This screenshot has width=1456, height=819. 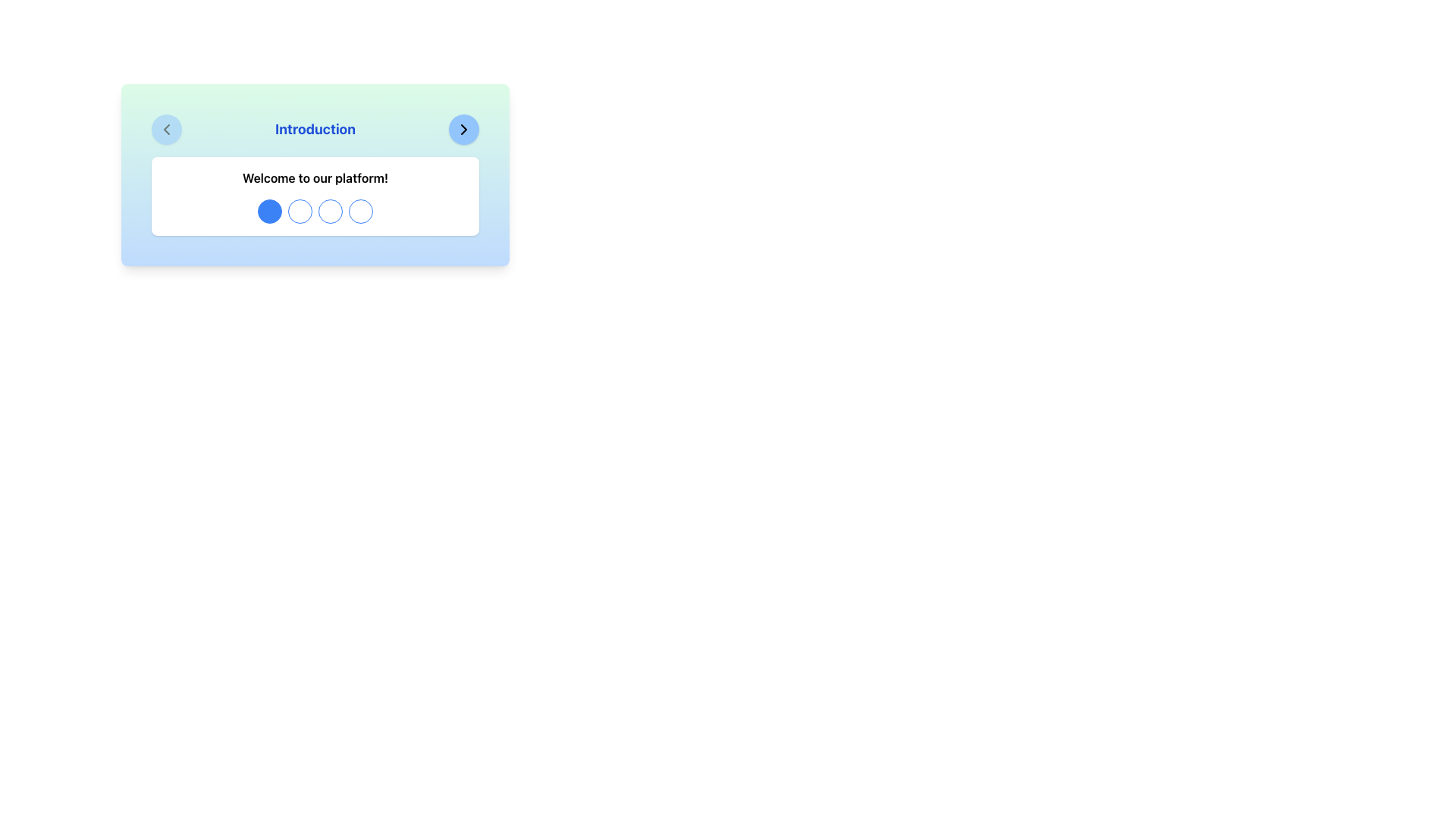 What do you see at coordinates (463, 128) in the screenshot?
I see `the 'Next' button located in the top section of the layout, aligned to the right of the bold blue 'Introduction' text` at bounding box center [463, 128].